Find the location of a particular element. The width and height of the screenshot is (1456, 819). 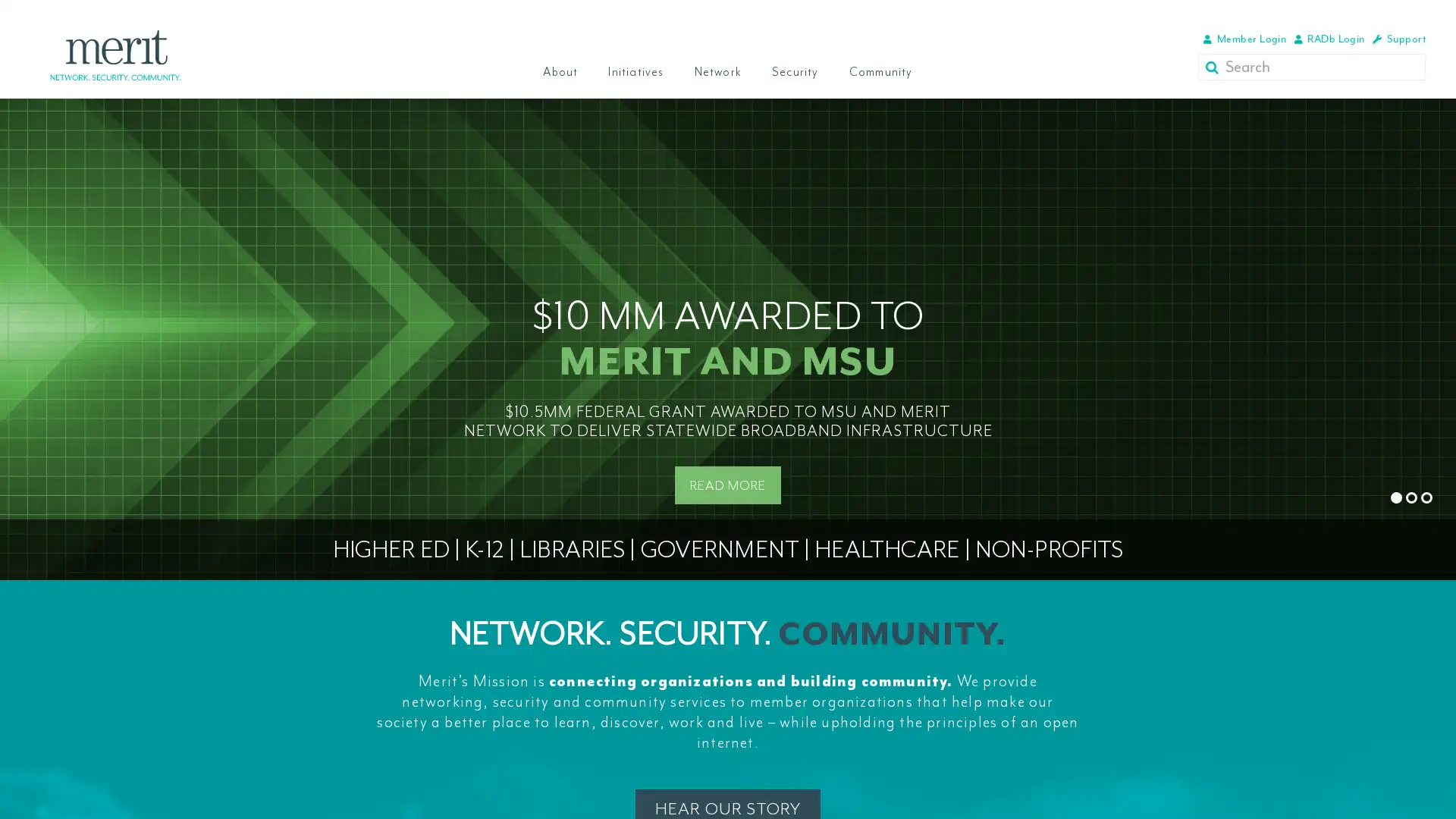

SUBMIT is located at coordinates (1214, 66).